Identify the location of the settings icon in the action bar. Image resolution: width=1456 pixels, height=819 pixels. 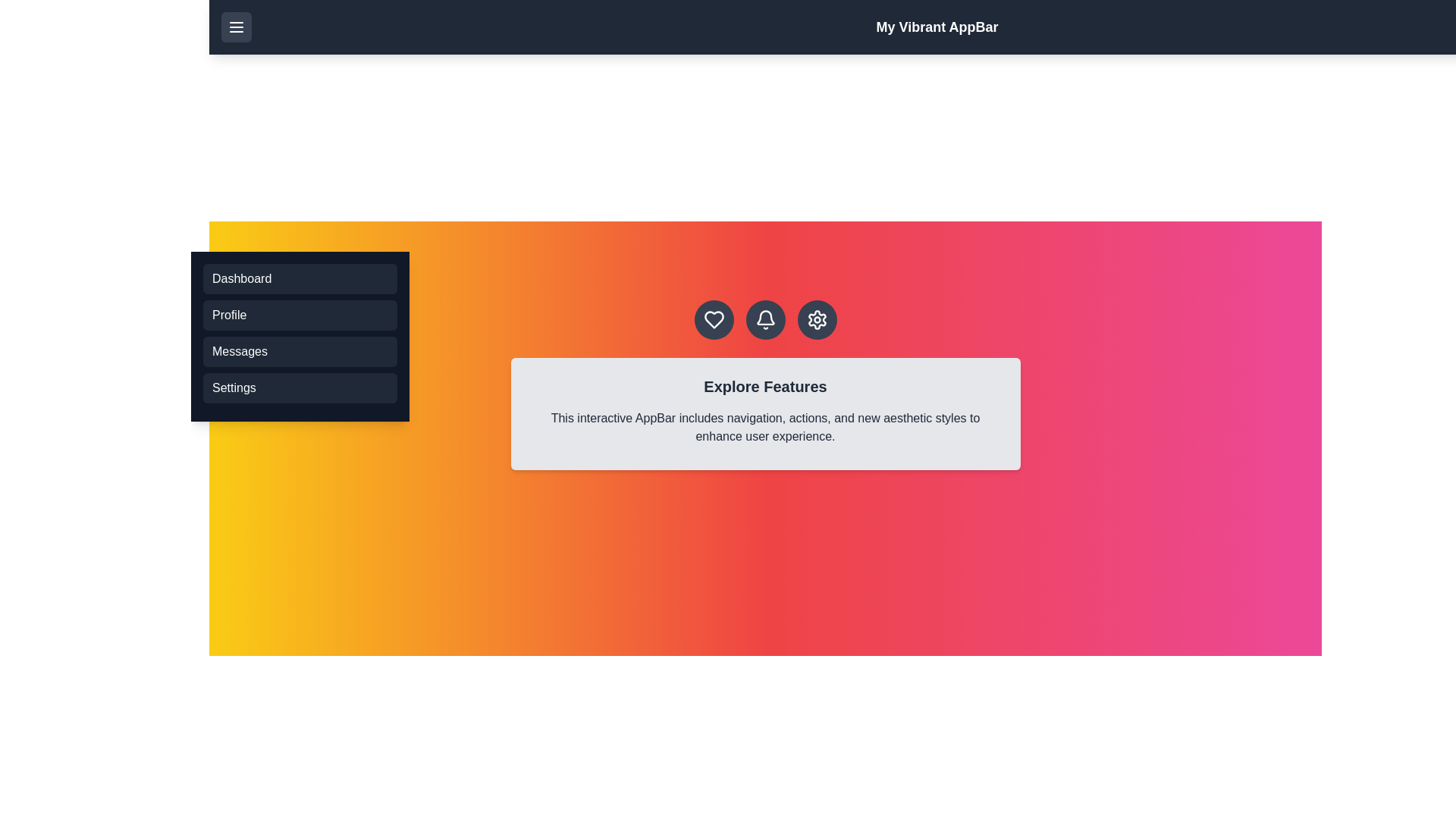
(816, 318).